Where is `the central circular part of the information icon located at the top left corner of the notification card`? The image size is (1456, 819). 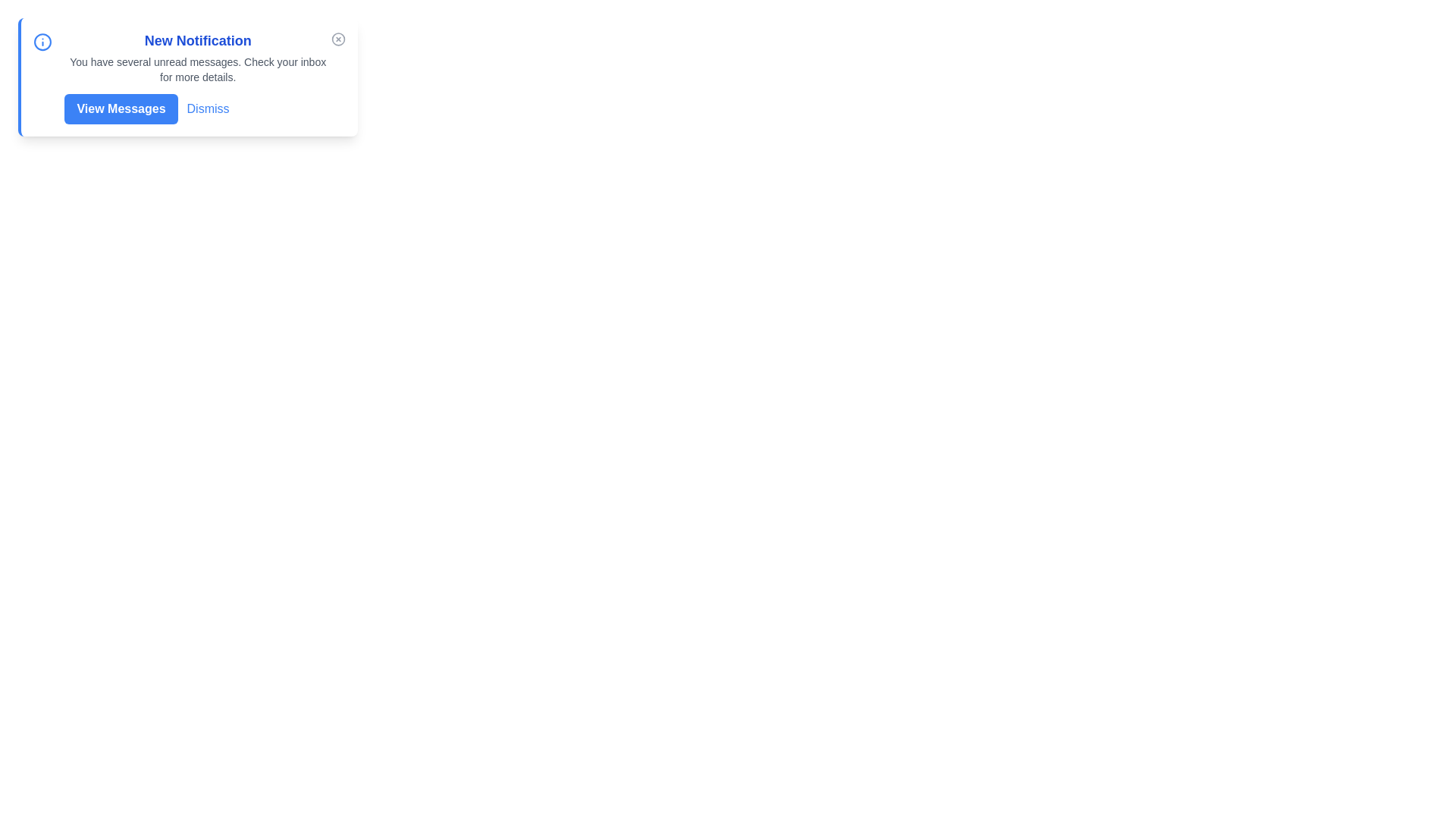 the central circular part of the information icon located at the top left corner of the notification card is located at coordinates (42, 42).